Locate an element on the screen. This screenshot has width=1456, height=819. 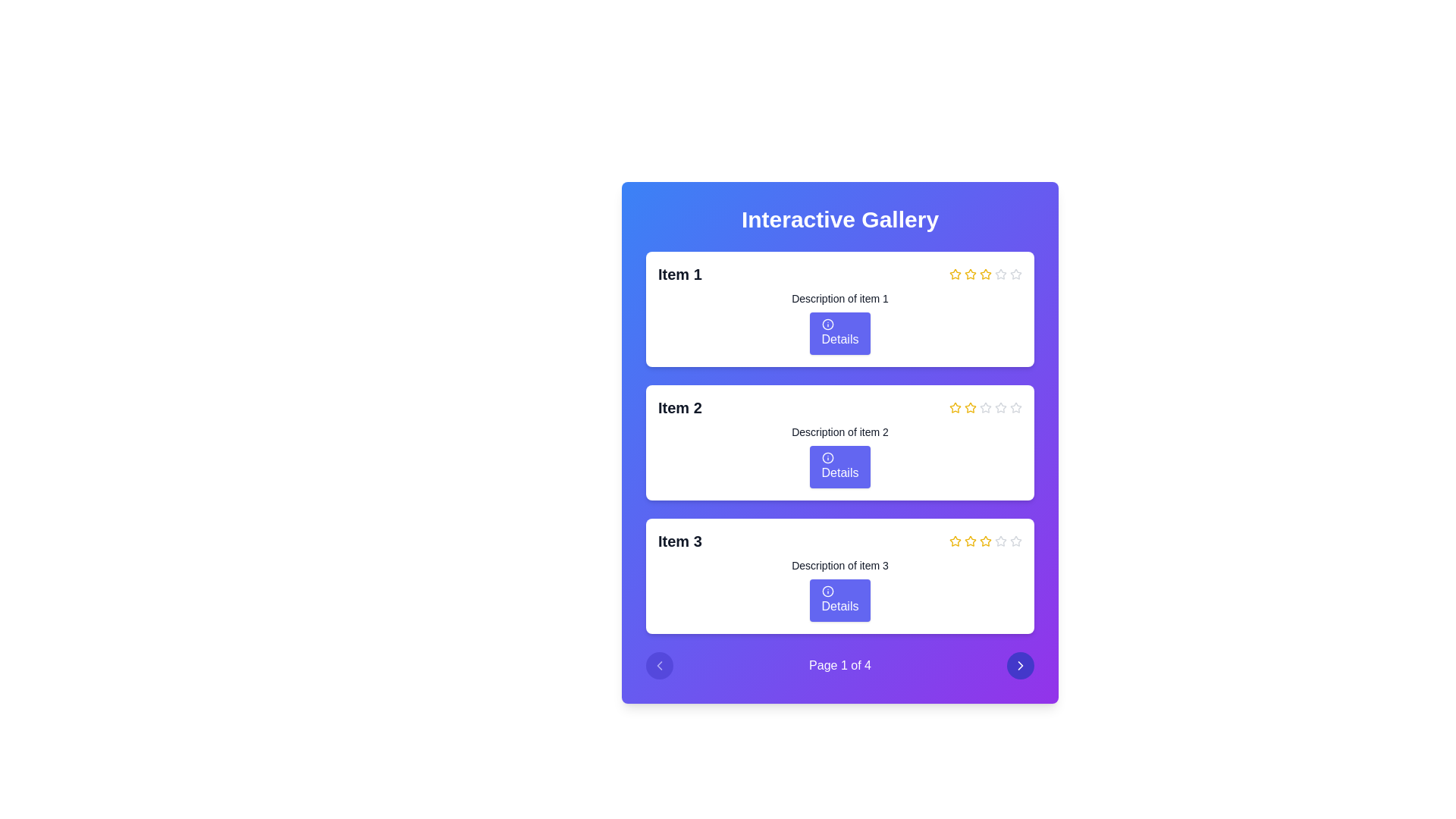
the second yellow star icon in the rating system for 'Item 3' is located at coordinates (971, 540).